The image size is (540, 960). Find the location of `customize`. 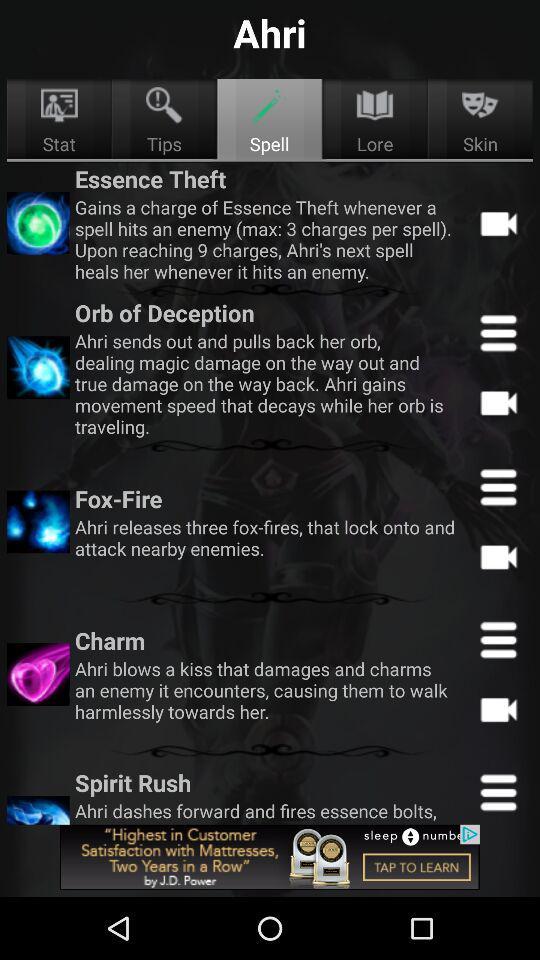

customize is located at coordinates (497, 791).